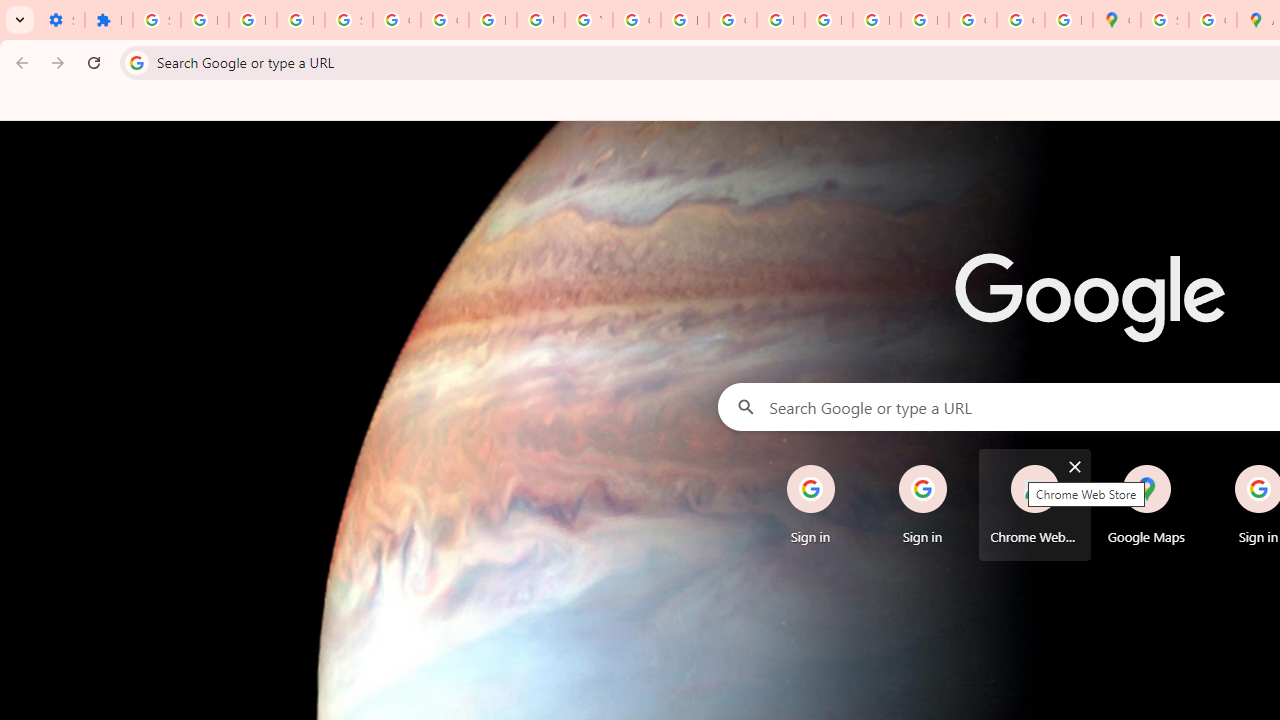 Image resolution: width=1280 pixels, height=720 pixels. Describe the element at coordinates (60, 20) in the screenshot. I see `'Settings - On startup'` at that location.